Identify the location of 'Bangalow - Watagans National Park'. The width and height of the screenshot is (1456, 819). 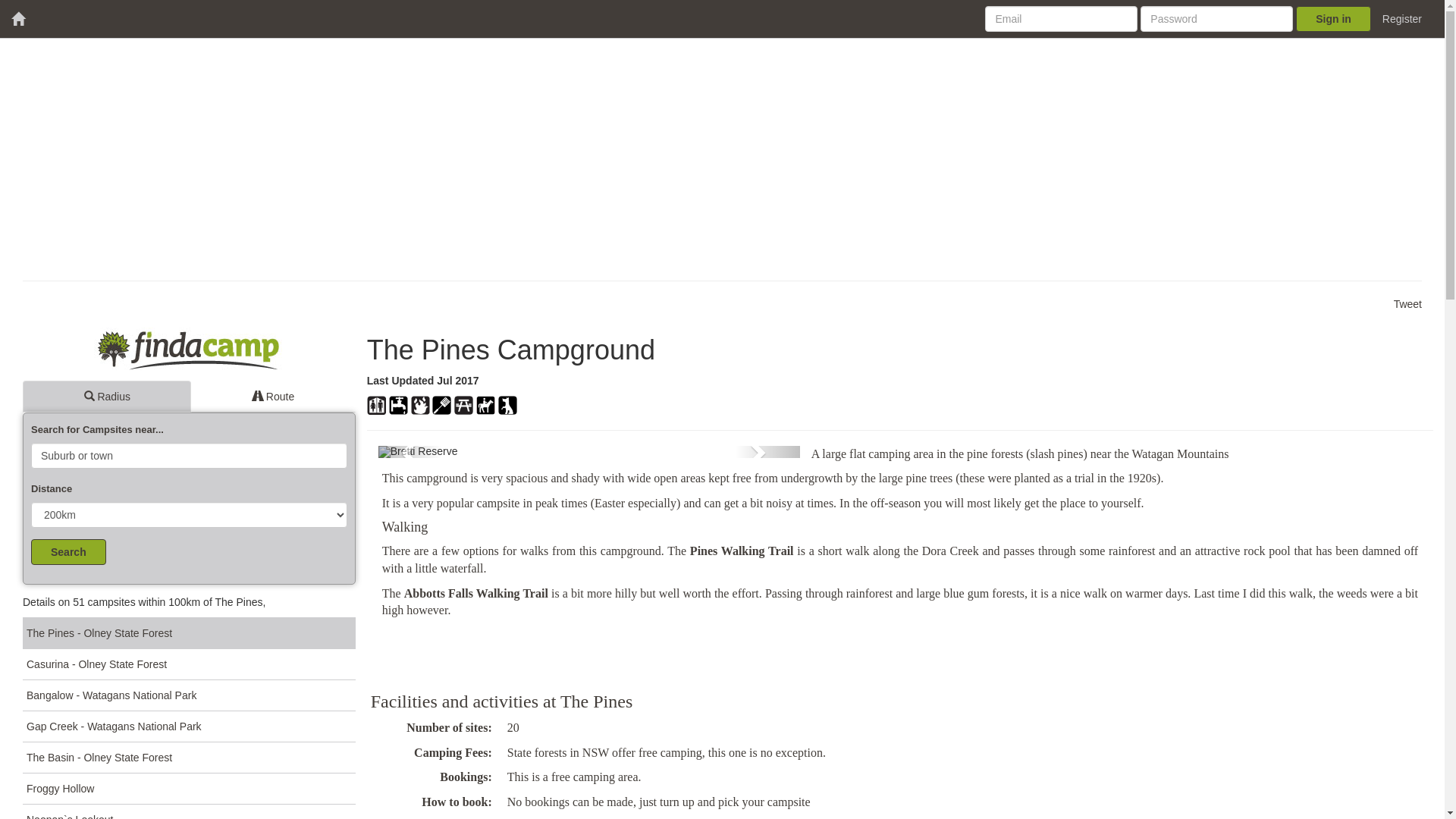
(188, 695).